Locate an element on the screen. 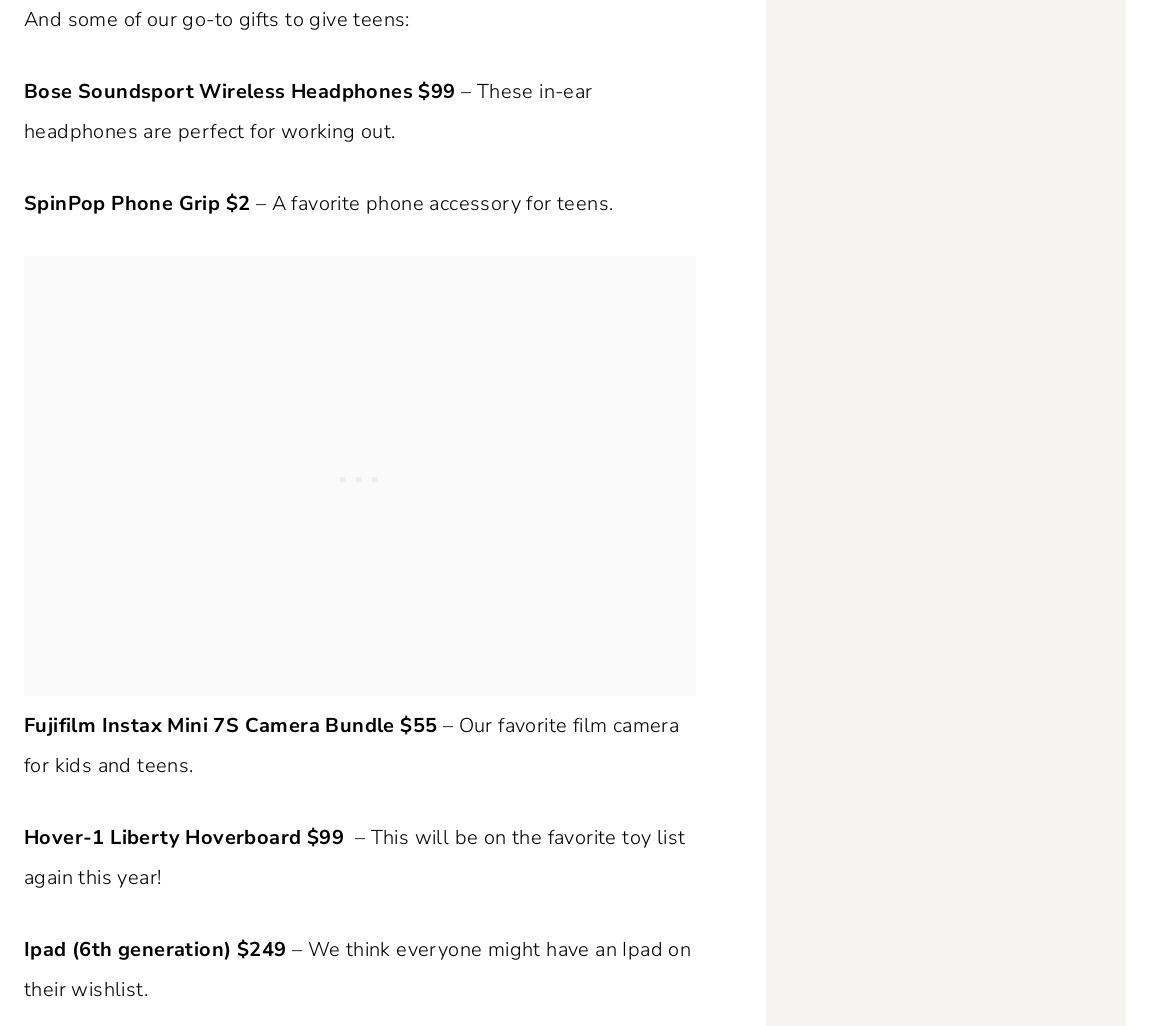  '– Our favorite film camera for kids and teens.' is located at coordinates (351, 745).